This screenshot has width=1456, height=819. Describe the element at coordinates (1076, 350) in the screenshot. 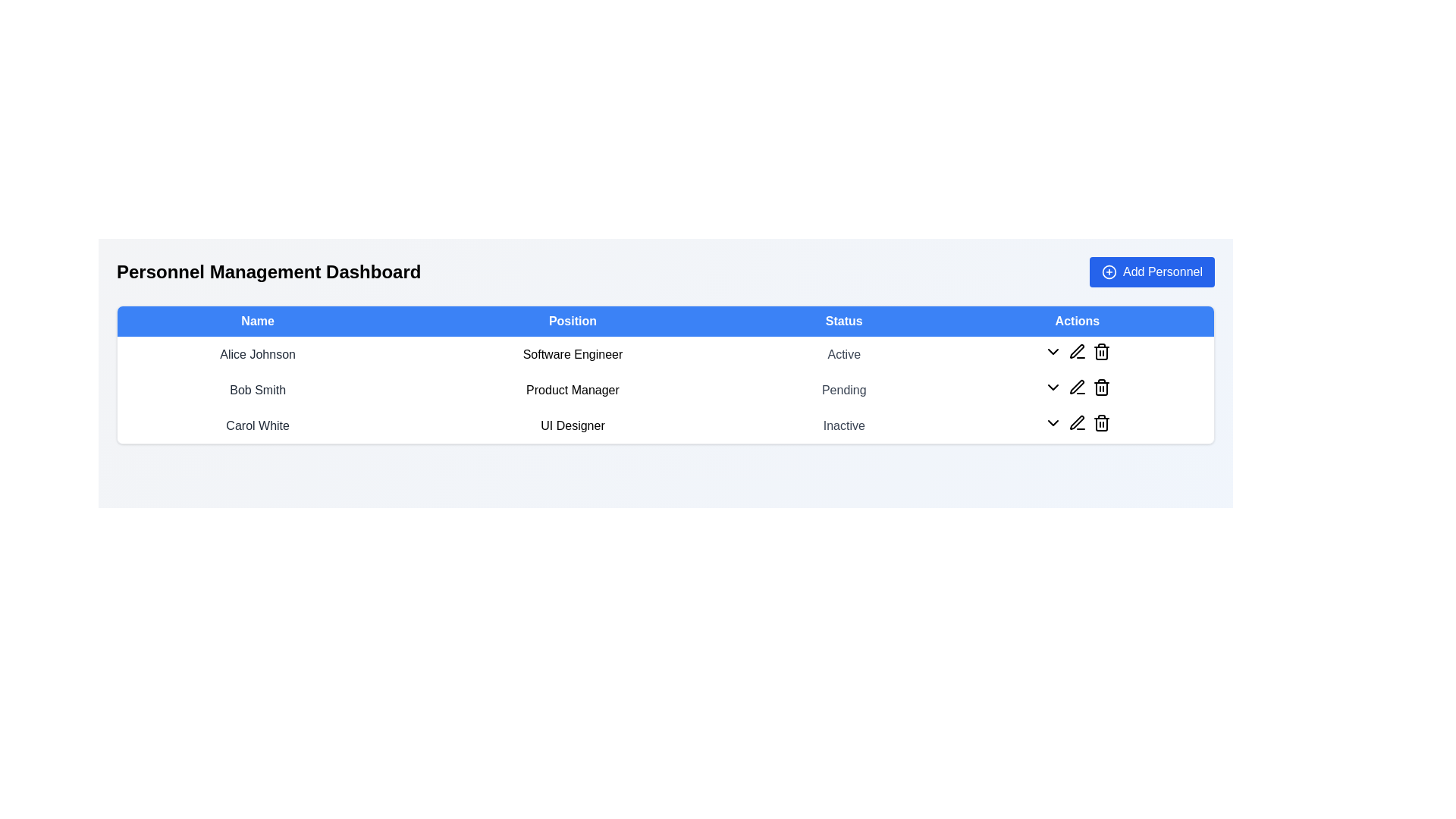

I see `the graphical pen icon located in the rightmost column under the 'Actions' header in the same row as 'Bob Smith' to initiate the edit action` at that location.